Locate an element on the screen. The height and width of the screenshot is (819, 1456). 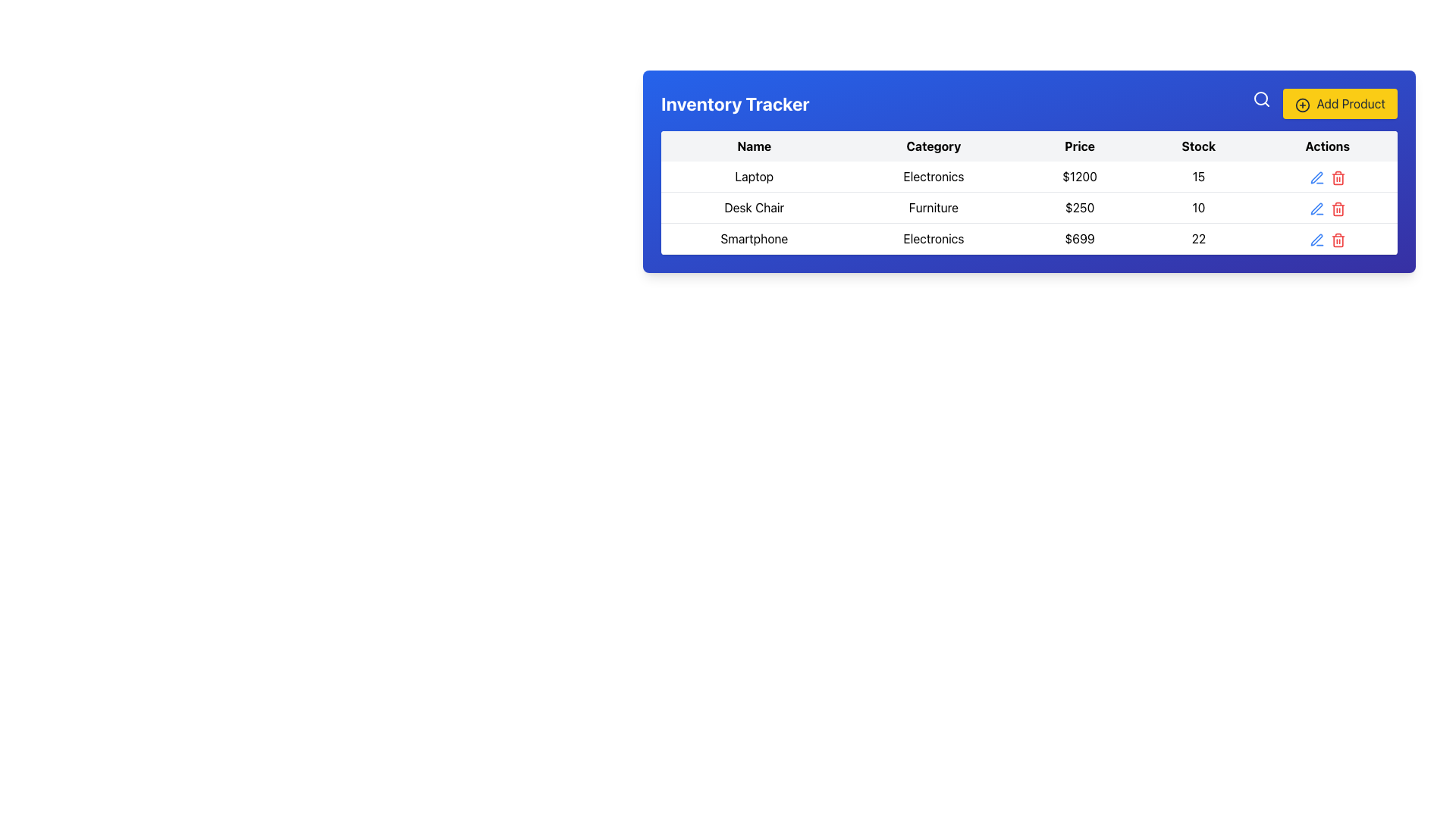
the red trash can icon button located in the 'Actions' column next to the 'Smartphone' row to initiate deletion is located at coordinates (1338, 239).